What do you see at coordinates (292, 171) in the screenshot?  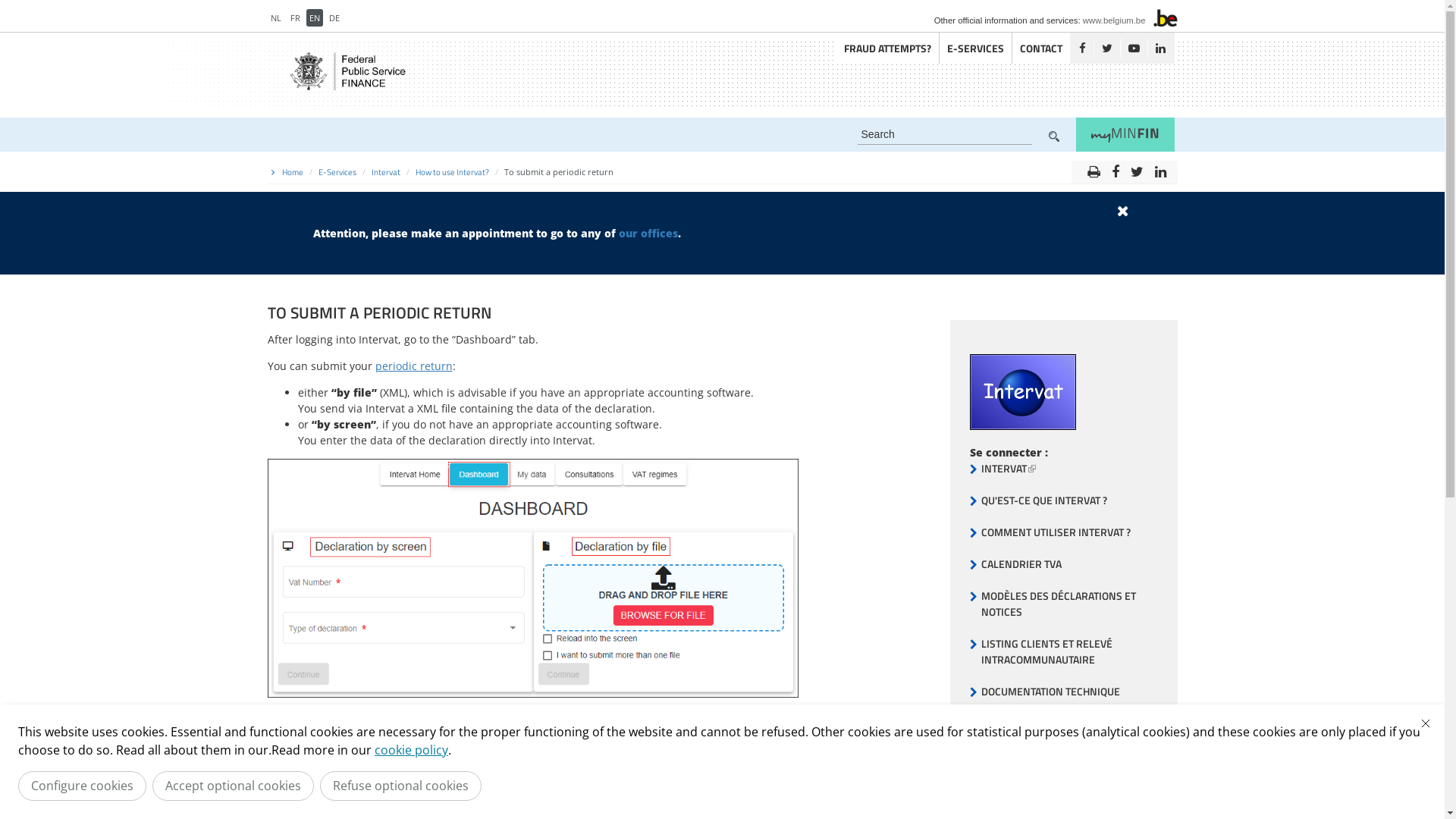 I see `'Home'` at bounding box center [292, 171].